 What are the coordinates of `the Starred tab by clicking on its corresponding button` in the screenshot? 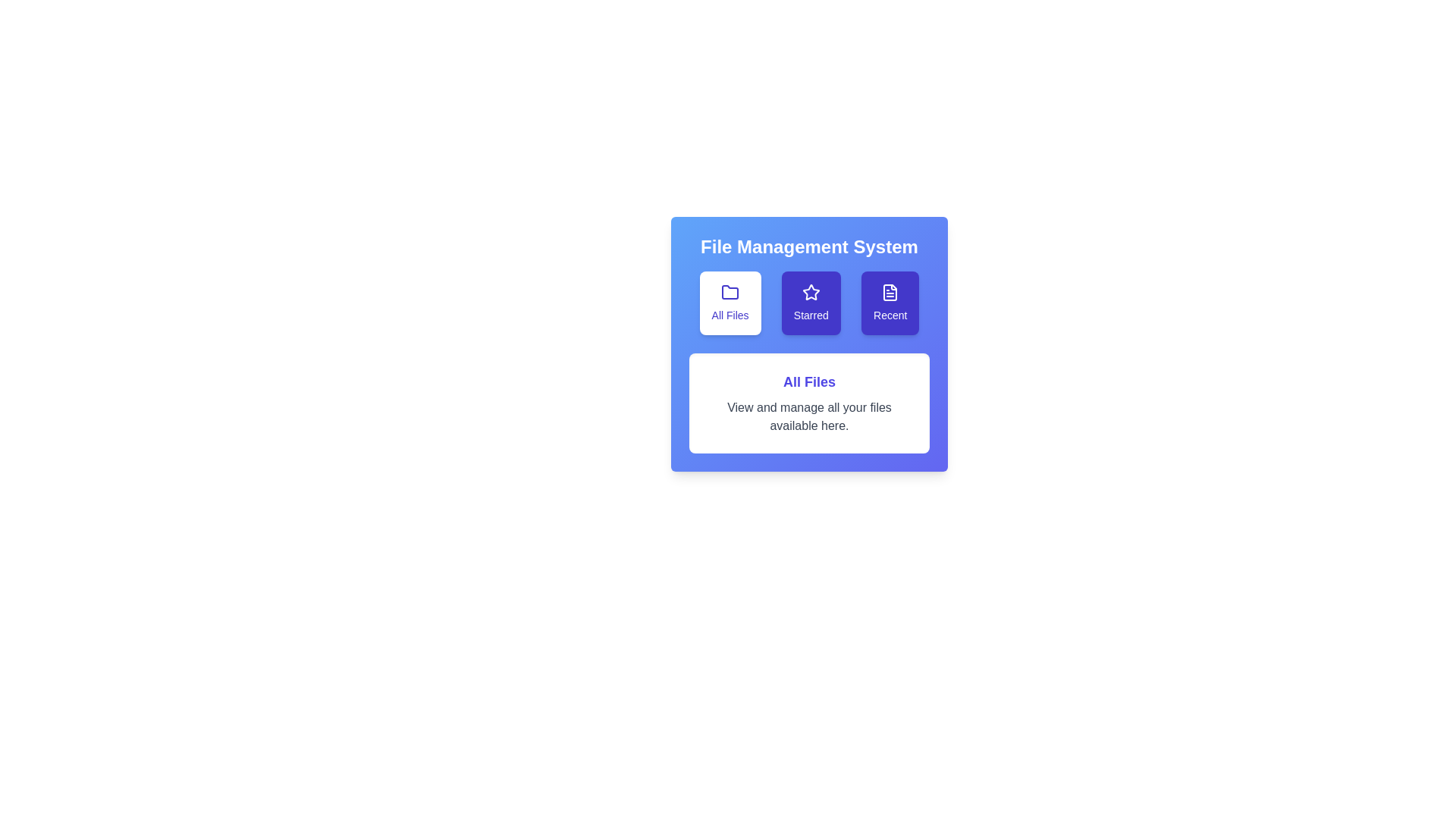 It's located at (810, 303).